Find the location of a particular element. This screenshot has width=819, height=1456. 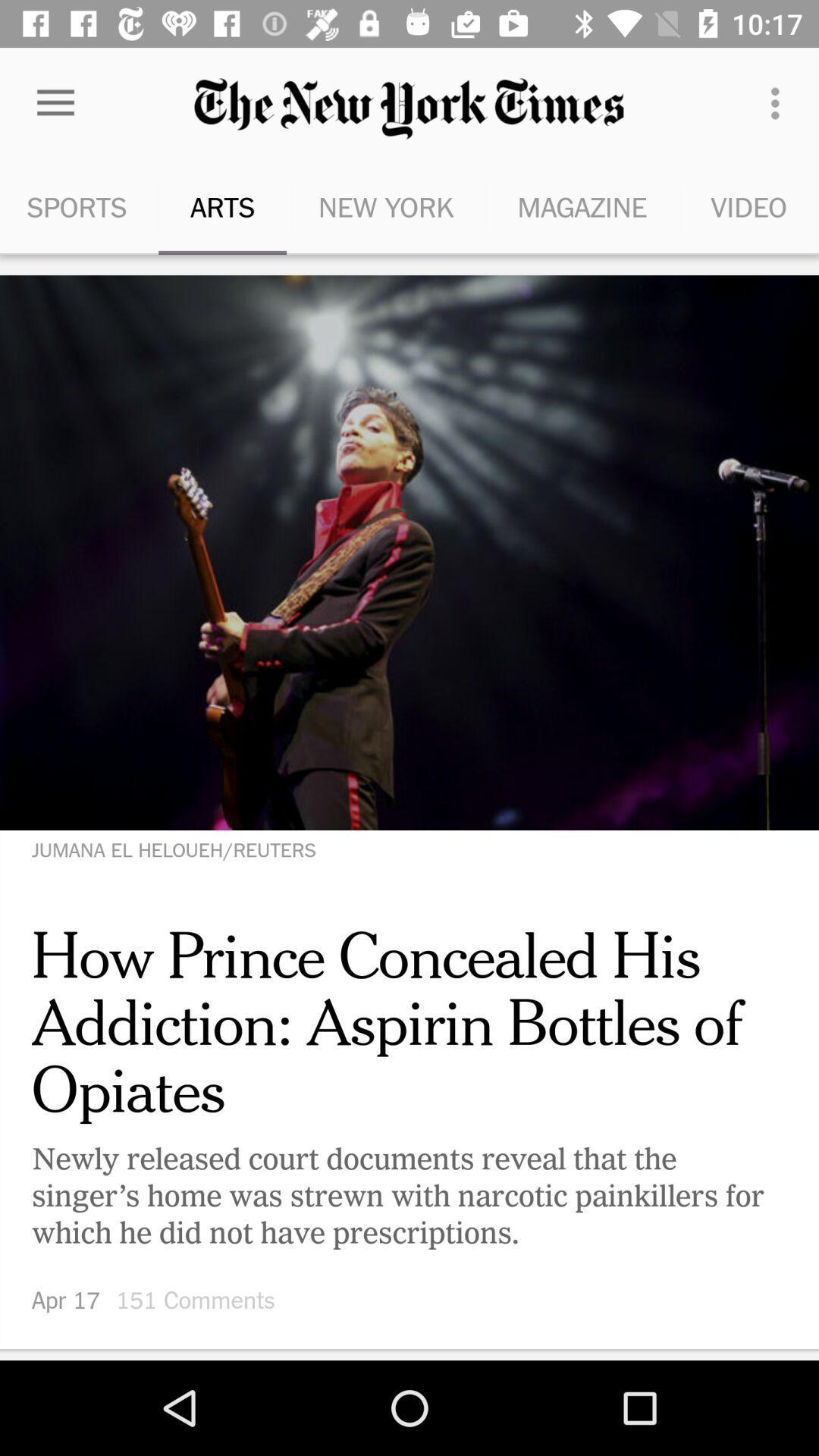

the icon above sports icon is located at coordinates (55, 102).